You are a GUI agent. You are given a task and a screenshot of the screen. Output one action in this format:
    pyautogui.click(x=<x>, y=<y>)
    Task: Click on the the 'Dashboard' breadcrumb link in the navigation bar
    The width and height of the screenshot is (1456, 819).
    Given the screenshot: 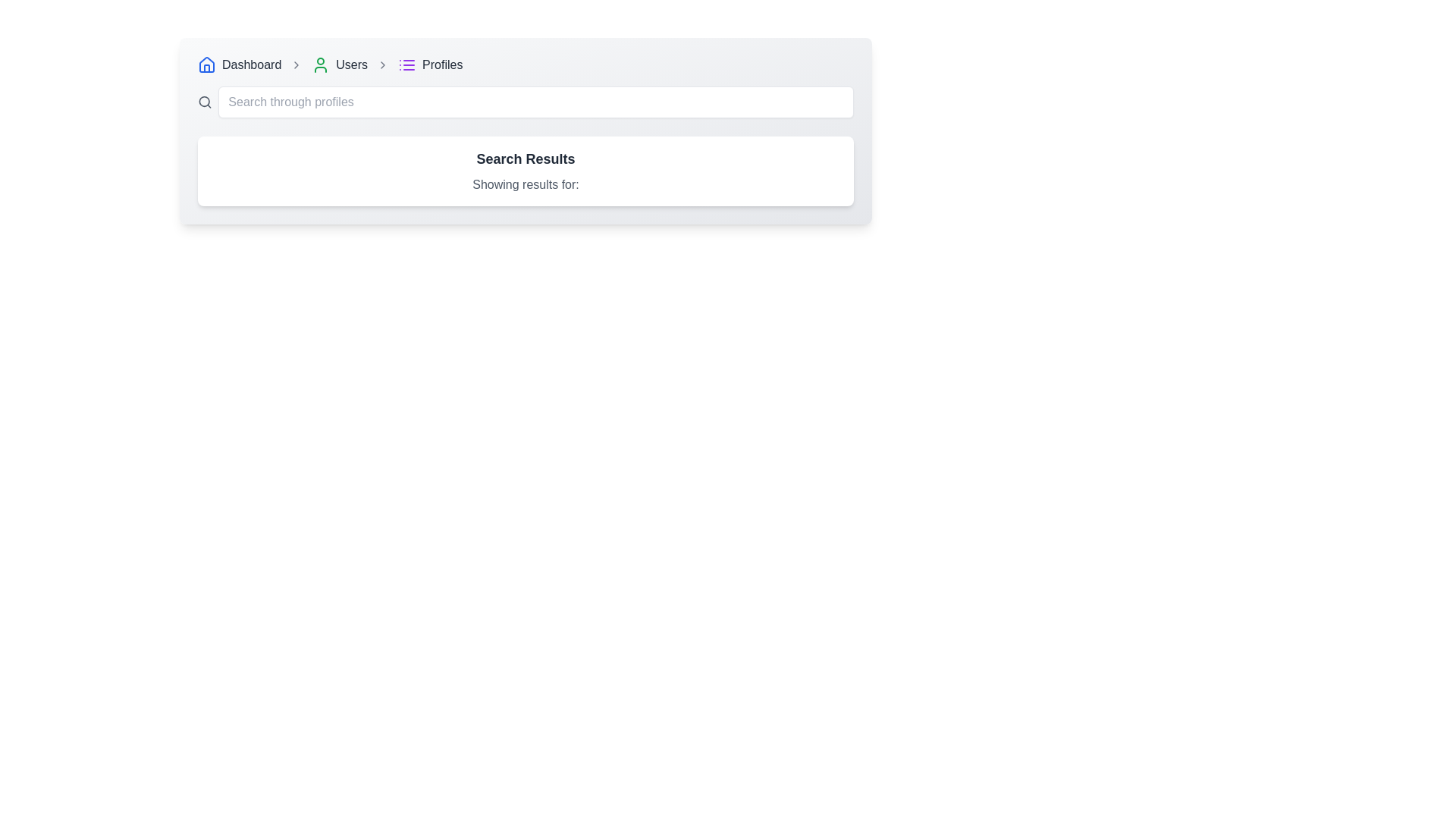 What is the action you would take?
    pyautogui.click(x=252, y=64)
    